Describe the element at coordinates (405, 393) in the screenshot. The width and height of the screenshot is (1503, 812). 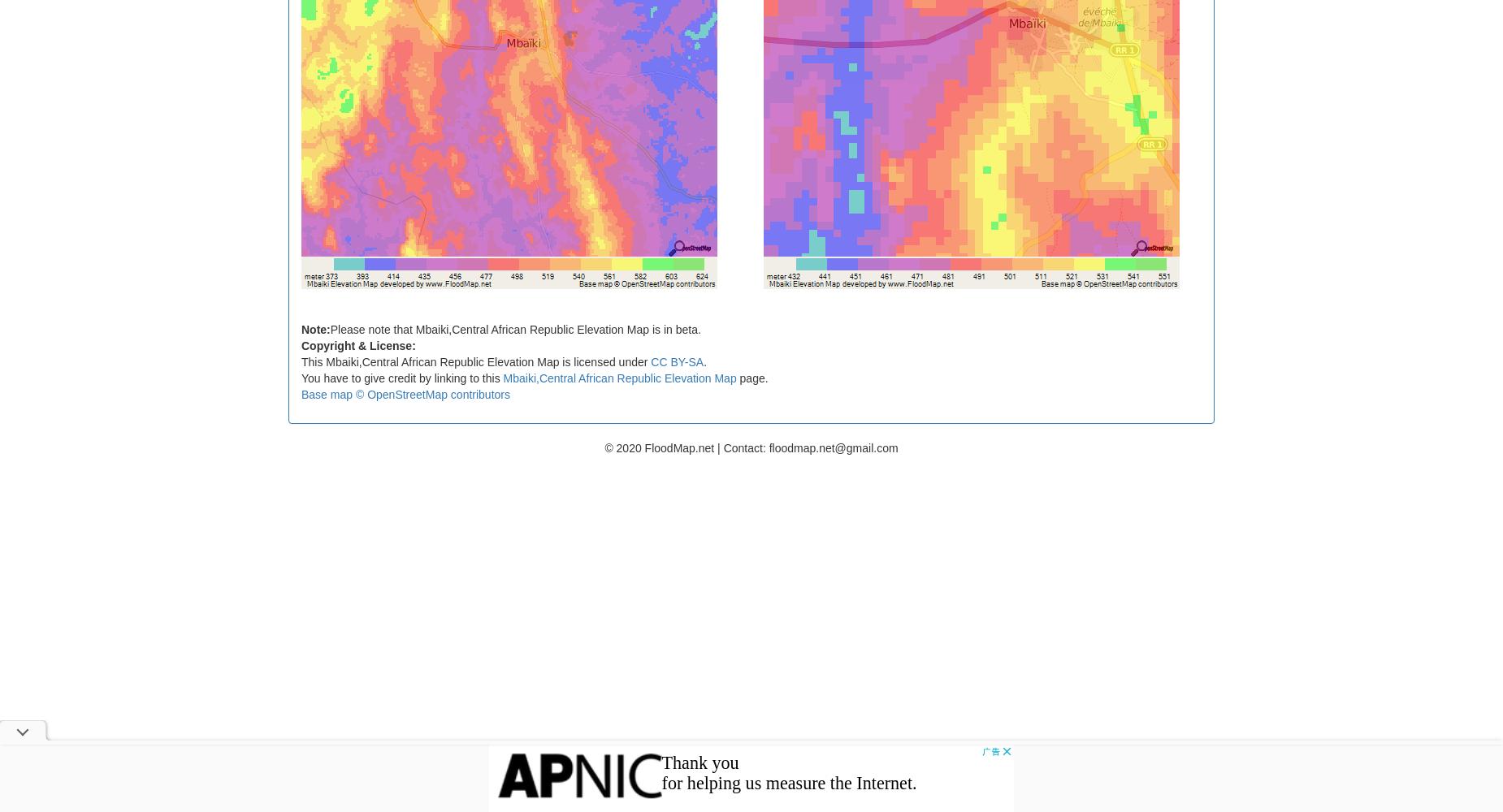
I see `'Base map © OpenStreetMap contributors'` at that location.